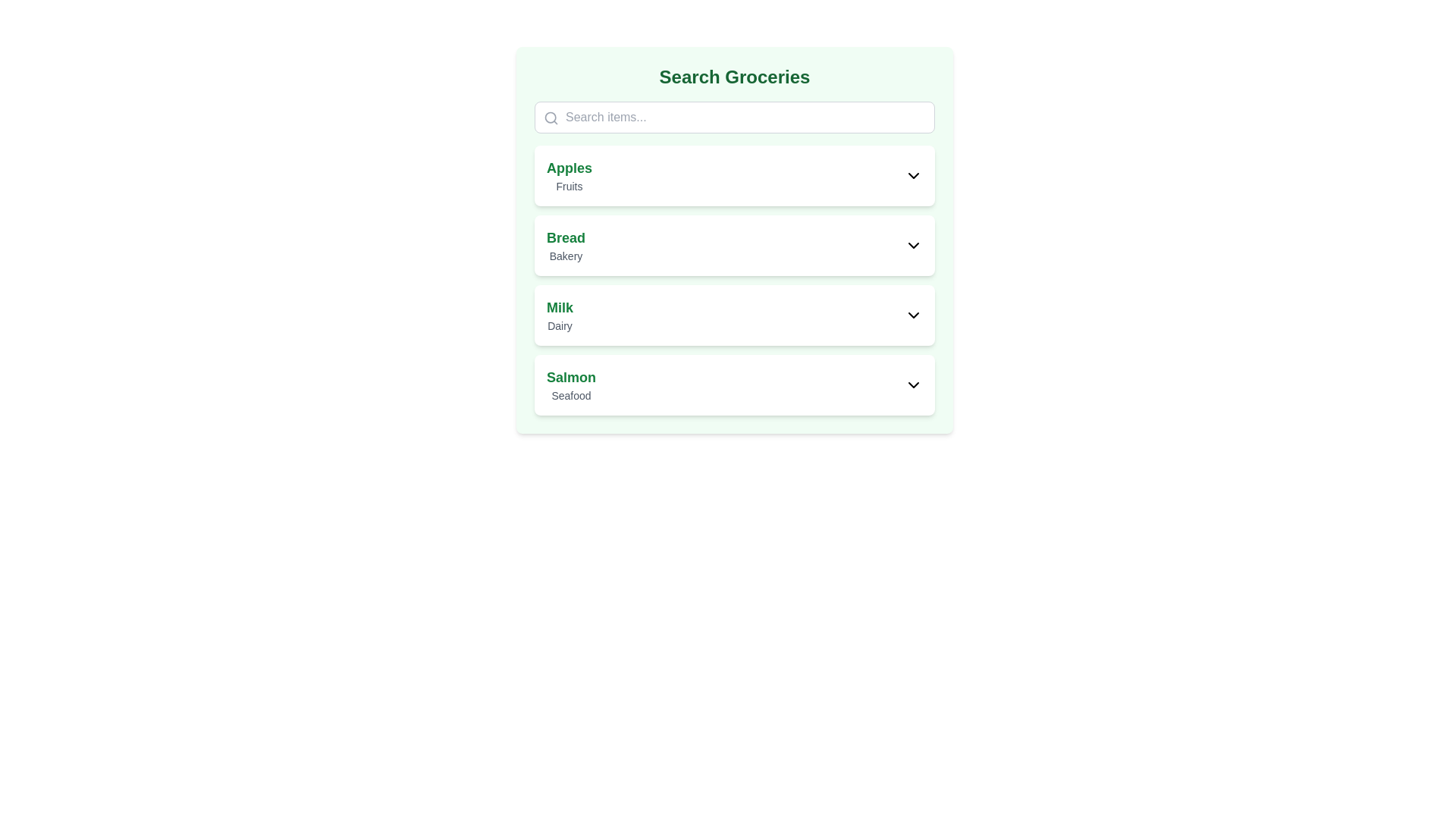 This screenshot has height=819, width=1456. What do you see at coordinates (912, 315) in the screenshot?
I see `the chevron-down icon located to the far right of the 'Milk' and 'Dairy' row` at bounding box center [912, 315].